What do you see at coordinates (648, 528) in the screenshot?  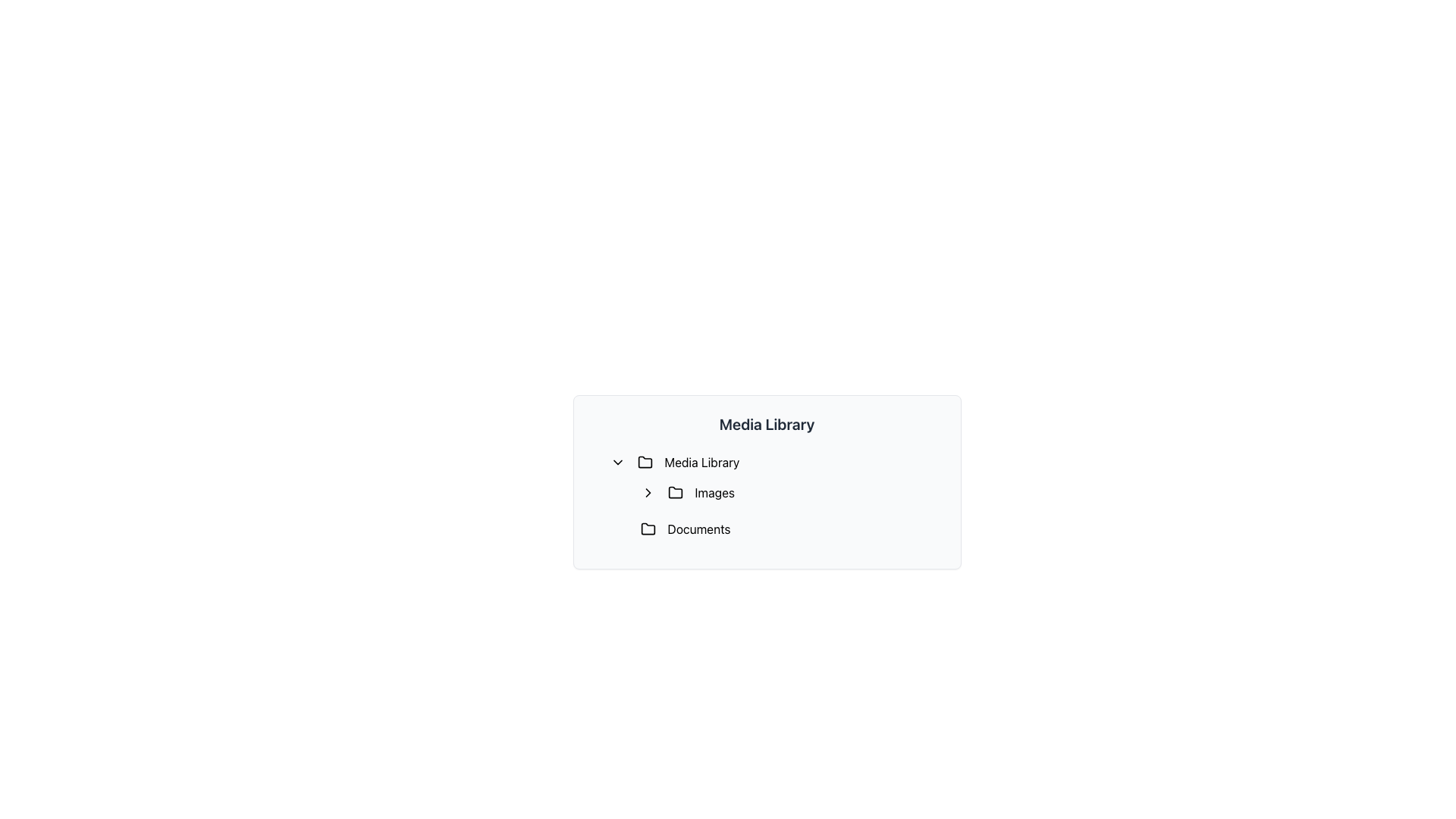 I see `the folder icon in the Media Library that indicates the 'Documents' directory, located to the left of the text 'Documents'` at bounding box center [648, 528].